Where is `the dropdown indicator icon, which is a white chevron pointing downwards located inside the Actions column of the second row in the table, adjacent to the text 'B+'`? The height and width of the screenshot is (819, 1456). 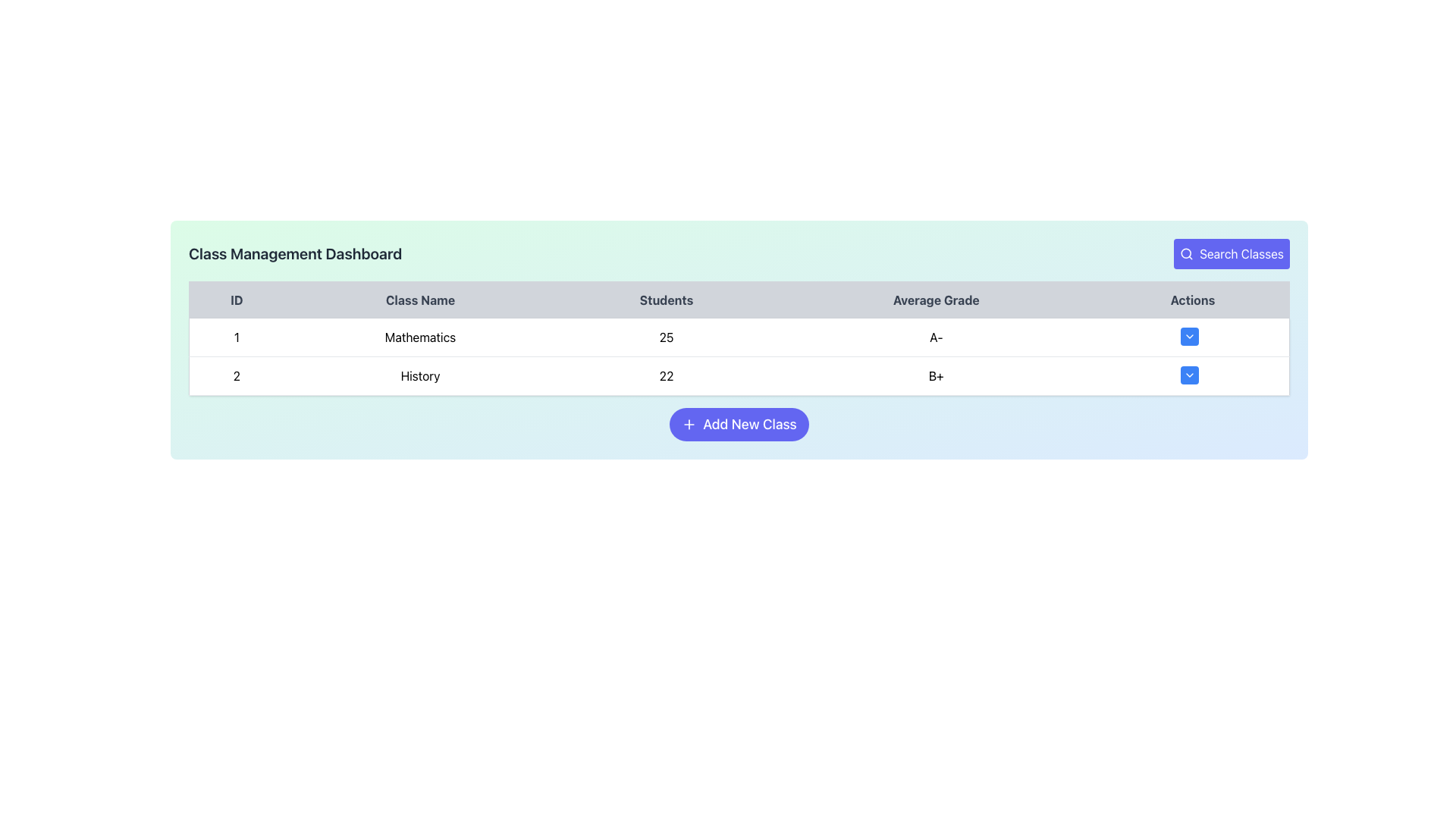
the dropdown indicator icon, which is a white chevron pointing downwards located inside the Actions column of the second row in the table, adjacent to the text 'B+' is located at coordinates (1188, 335).